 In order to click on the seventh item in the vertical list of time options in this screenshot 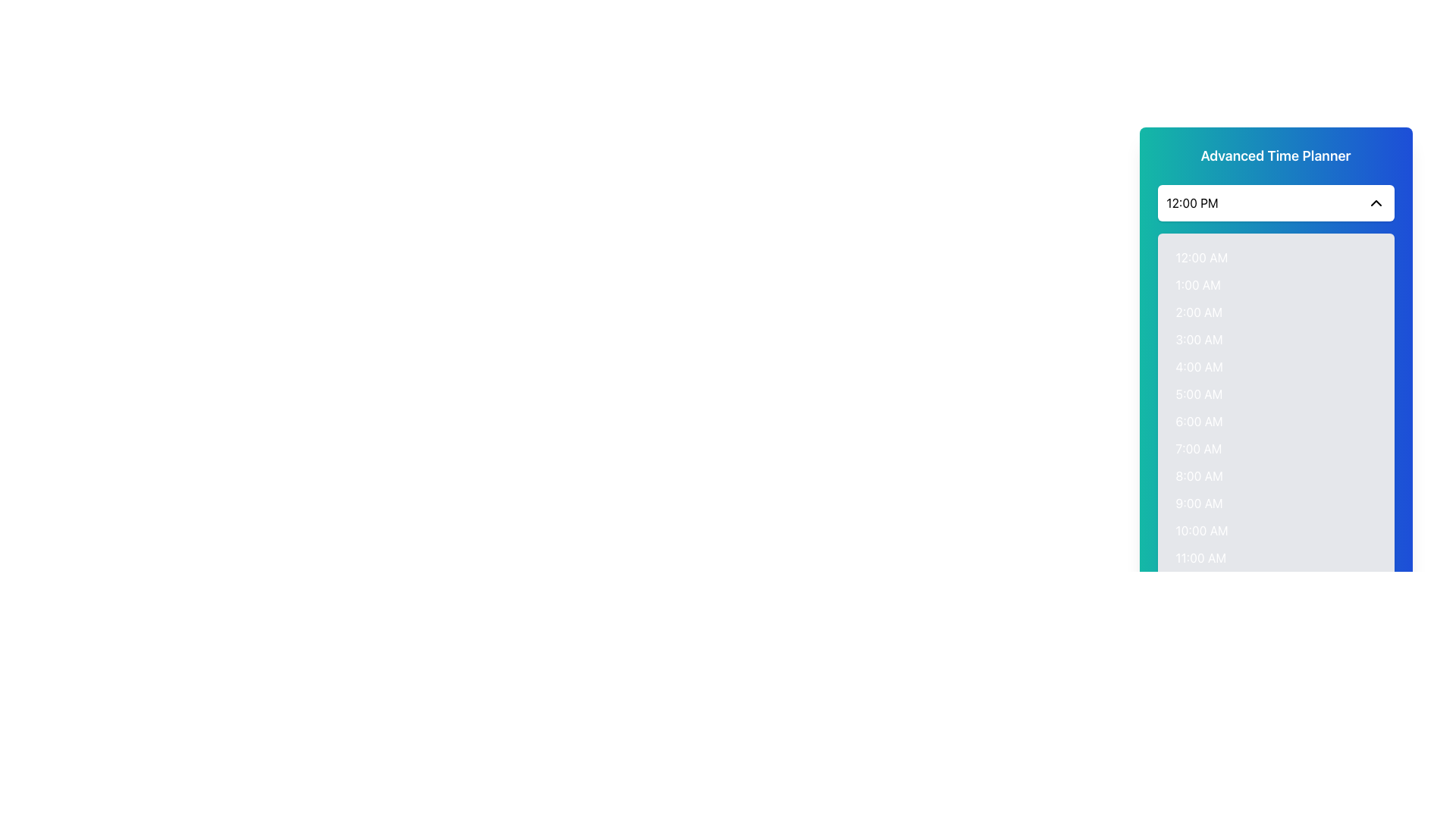, I will do `click(1275, 447)`.